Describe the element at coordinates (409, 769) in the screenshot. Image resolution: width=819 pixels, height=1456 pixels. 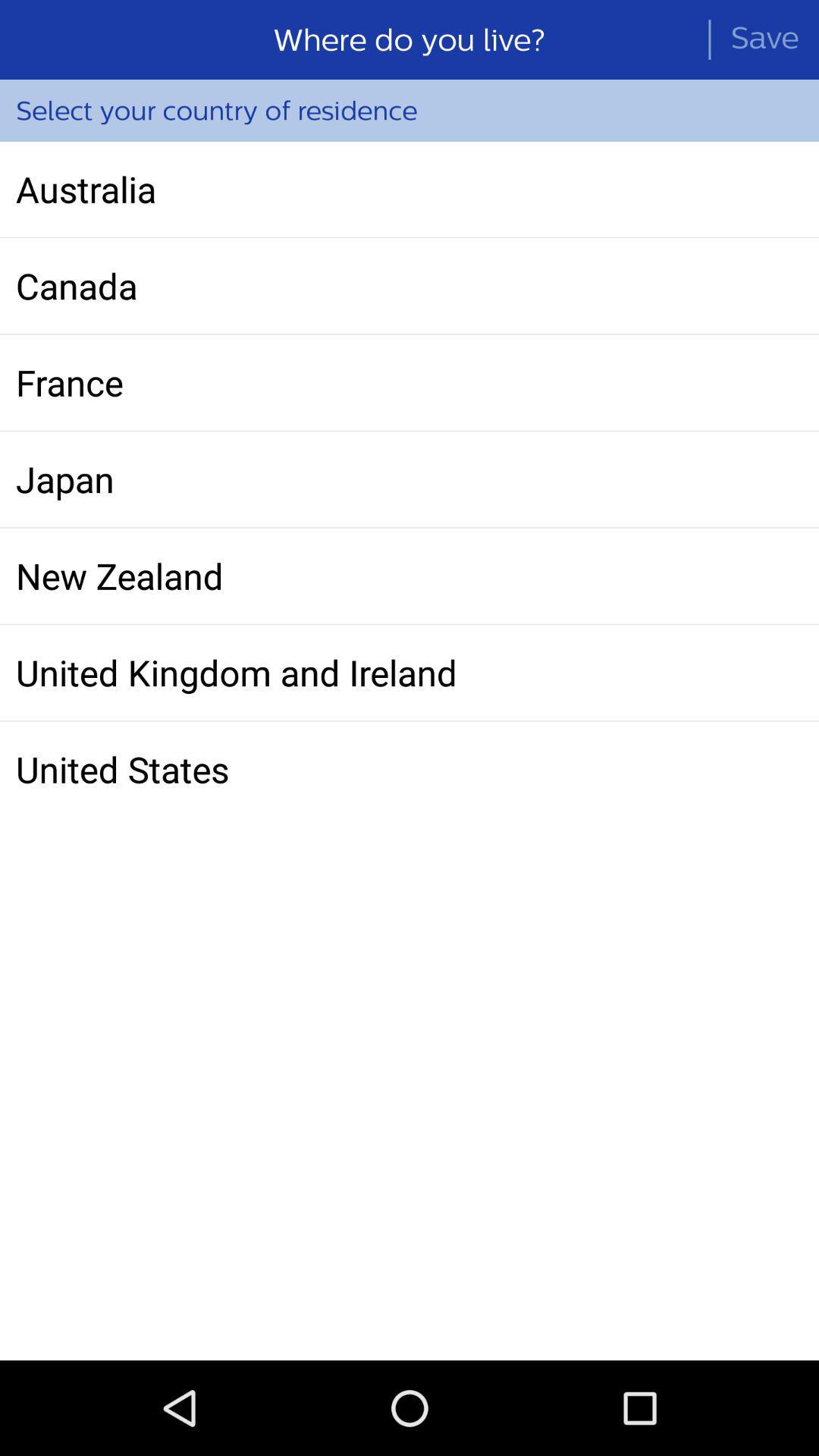
I see `the icon below united kingdom and app` at that location.